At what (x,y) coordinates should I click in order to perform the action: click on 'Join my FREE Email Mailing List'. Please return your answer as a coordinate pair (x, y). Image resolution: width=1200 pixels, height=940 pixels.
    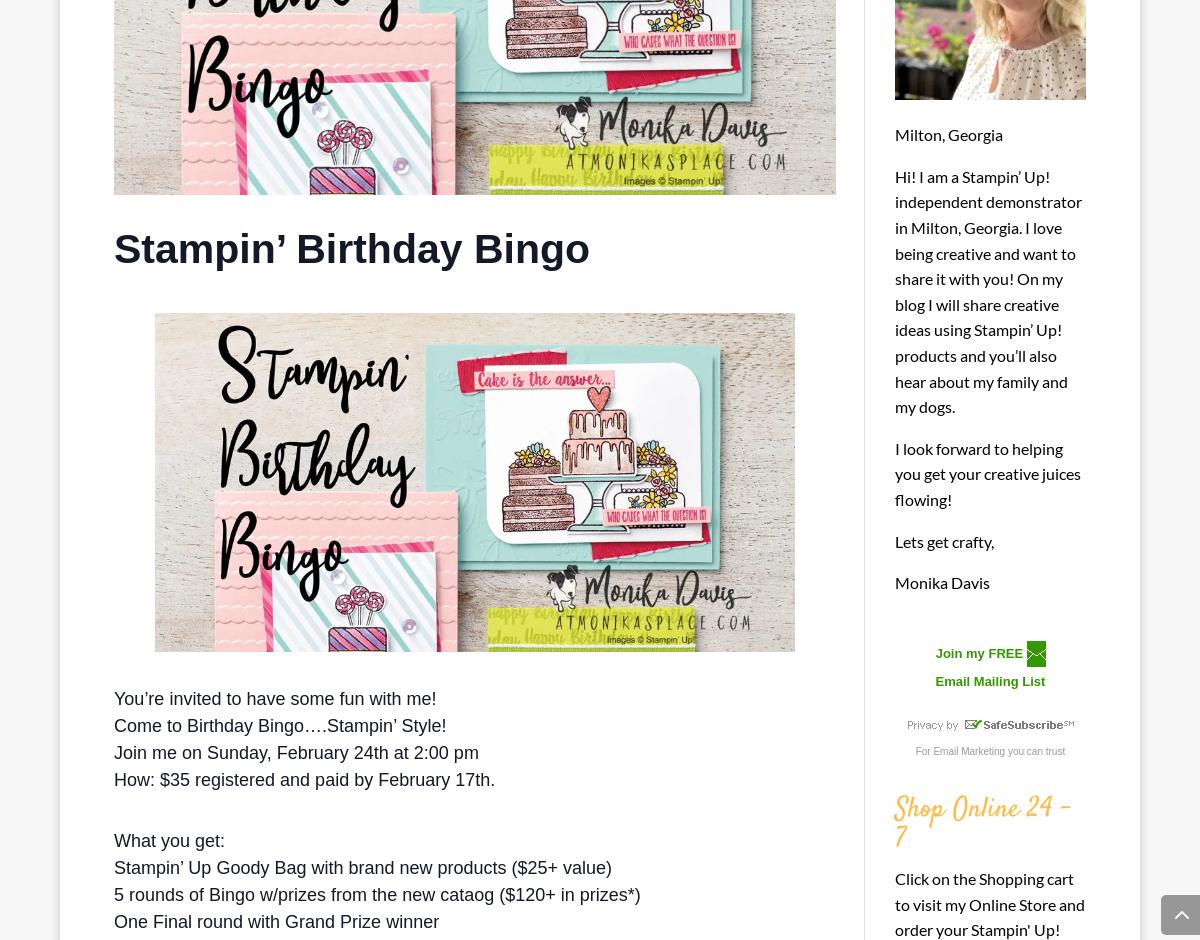
    Looking at the image, I should click on (990, 666).